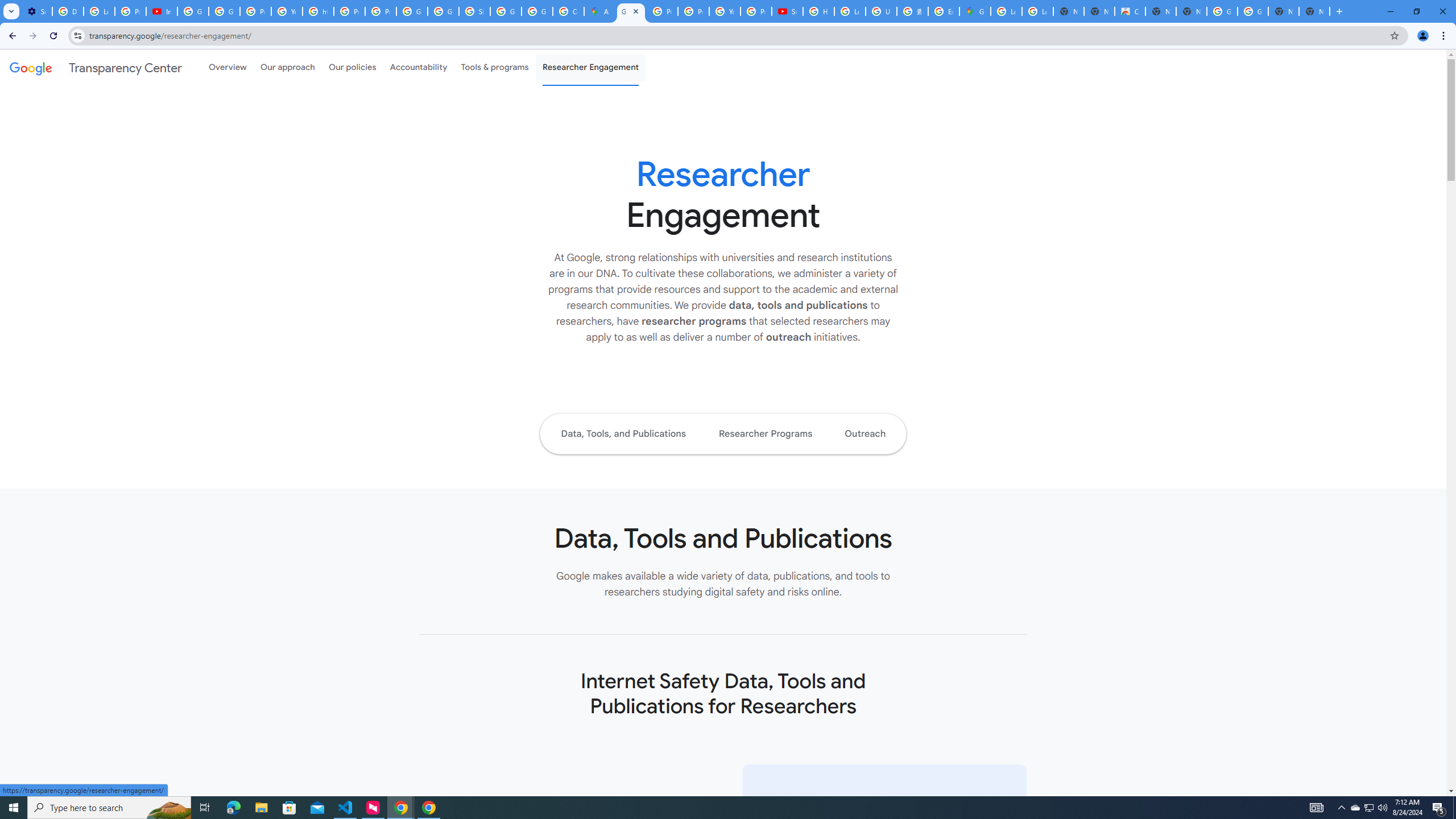  What do you see at coordinates (630, 11) in the screenshot?
I see `'Google Researcher Engagement - Transparency Center'` at bounding box center [630, 11].